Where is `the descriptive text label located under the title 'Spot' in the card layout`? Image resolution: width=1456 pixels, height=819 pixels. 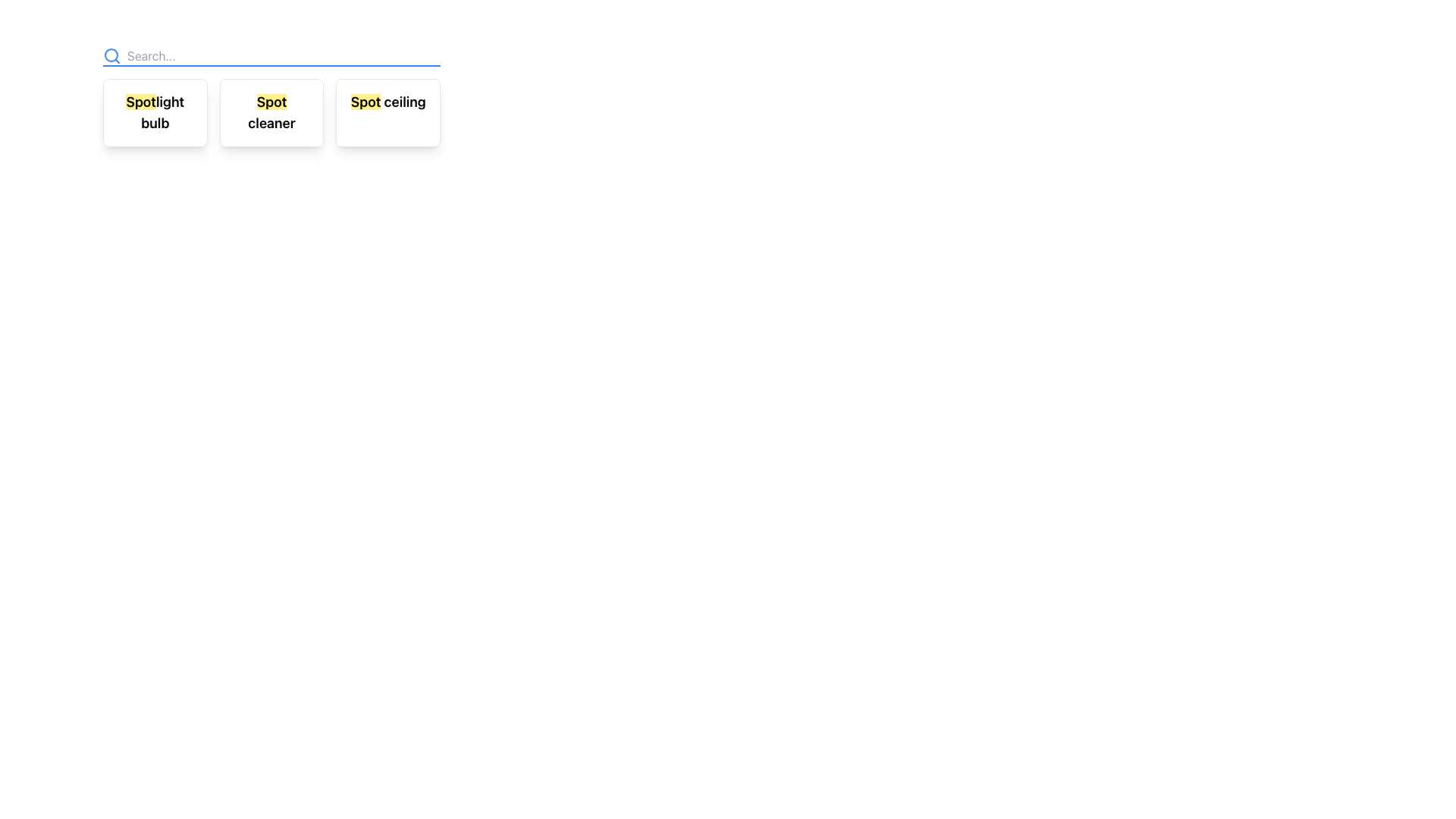 the descriptive text label located under the title 'Spot' in the card layout is located at coordinates (271, 122).